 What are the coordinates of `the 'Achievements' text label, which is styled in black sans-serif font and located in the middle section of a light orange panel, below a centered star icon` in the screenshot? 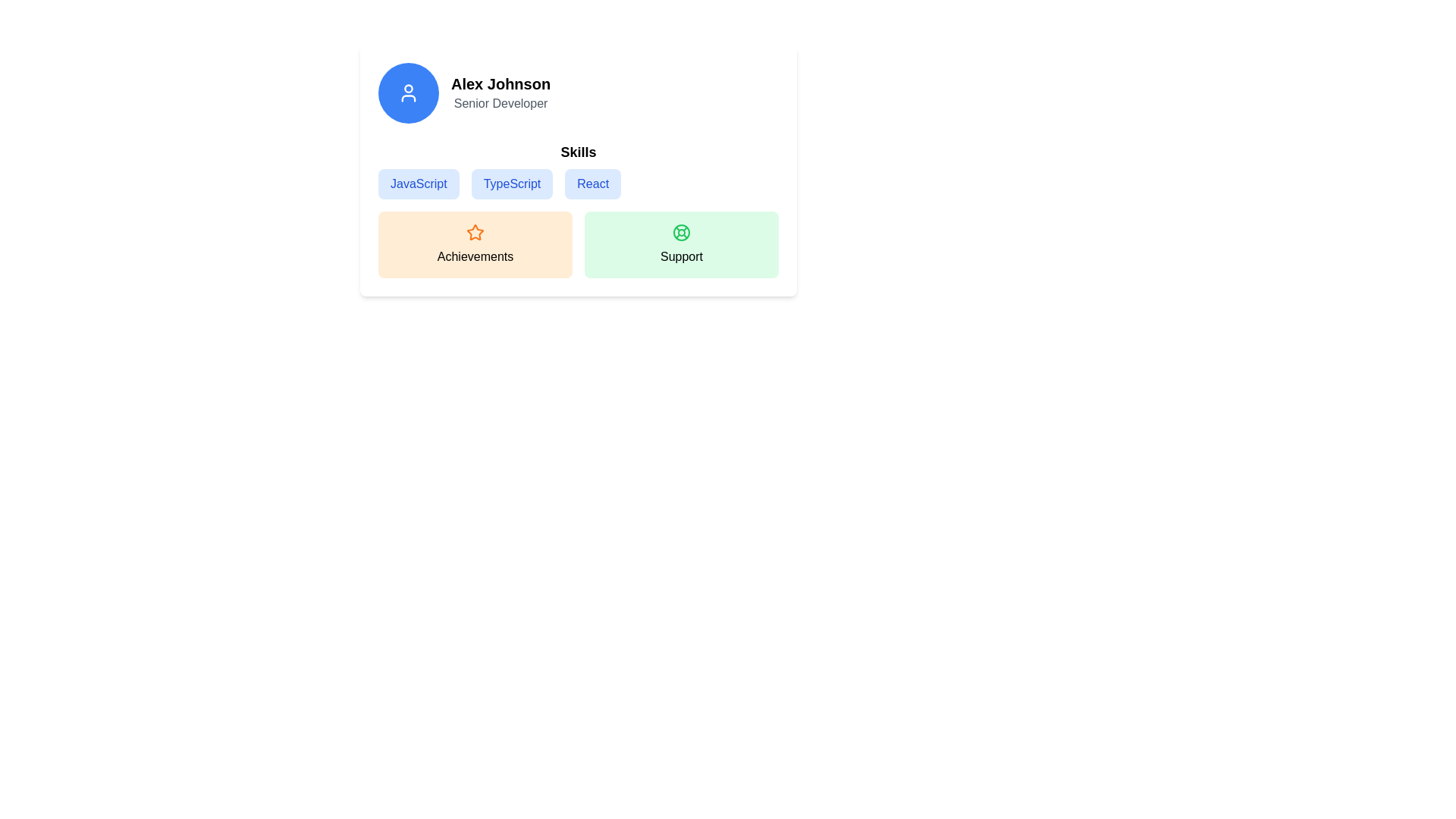 It's located at (475, 256).